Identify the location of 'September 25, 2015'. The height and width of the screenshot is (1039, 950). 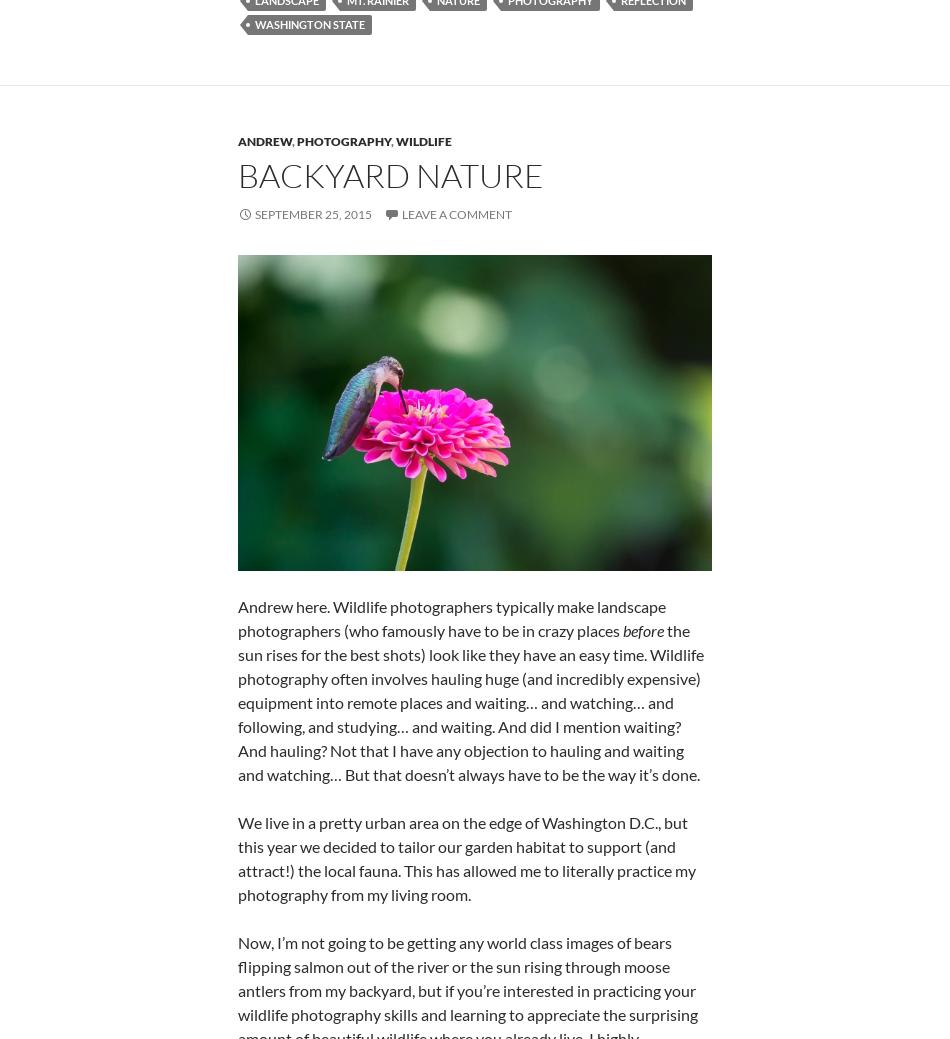
(312, 214).